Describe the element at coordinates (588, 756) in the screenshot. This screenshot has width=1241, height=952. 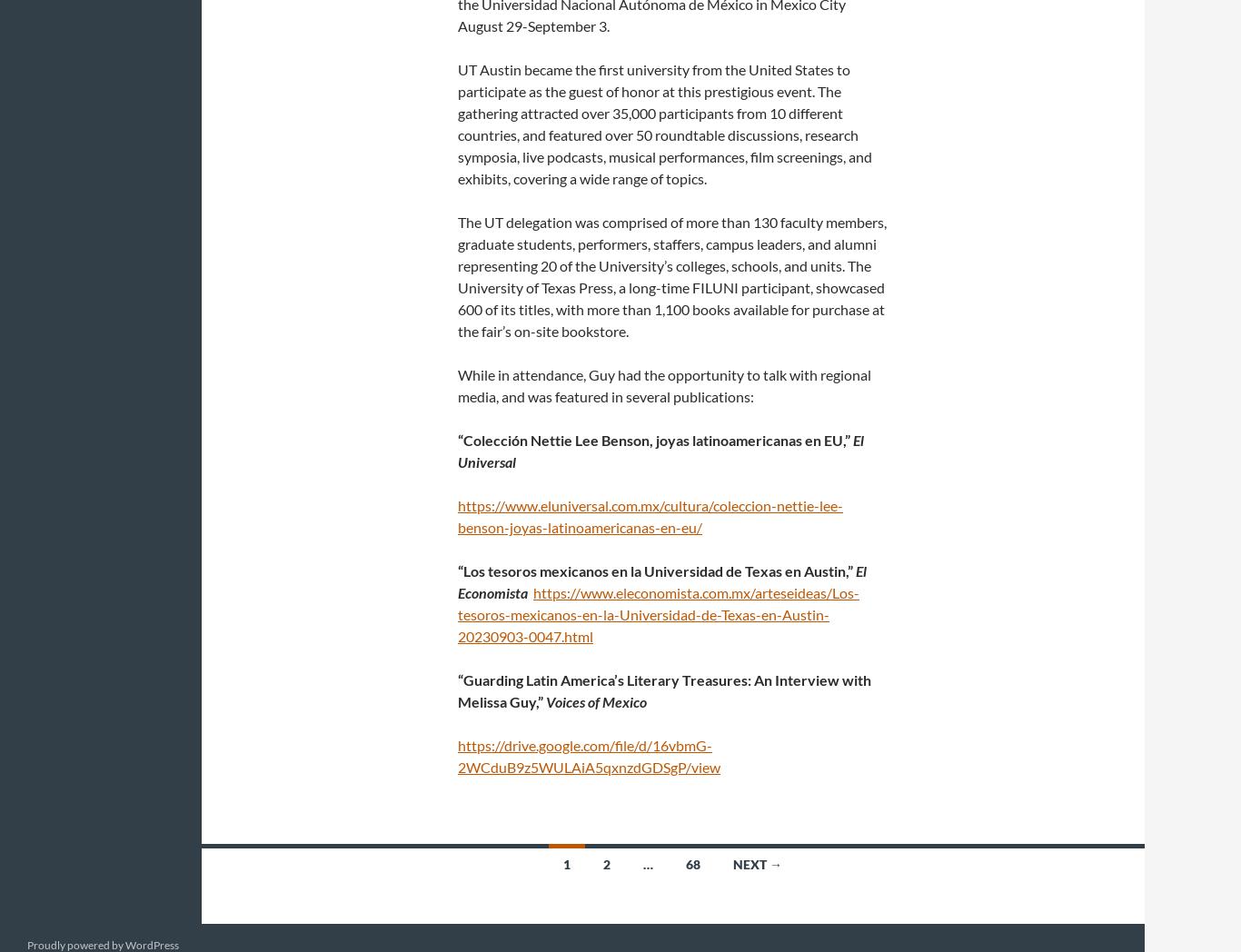
I see `'https://drive.google.com/file/d/16vbmG-2WCduB9z5WULAiA5qxnzdGDSgP/view'` at that location.